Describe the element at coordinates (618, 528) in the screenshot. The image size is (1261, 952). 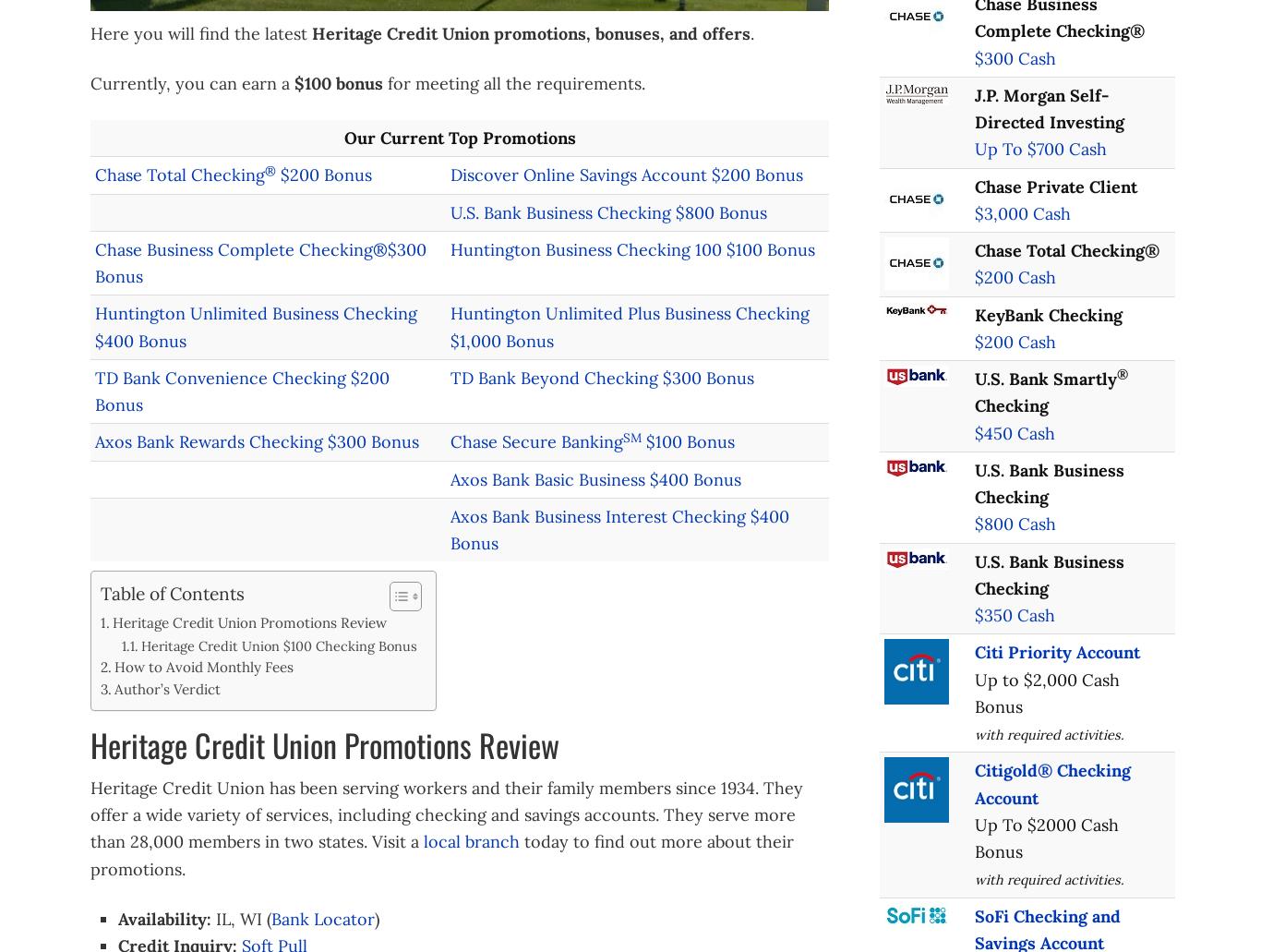
I see `'Axos Bank Business Interest Checking $400 Bonus'` at that location.